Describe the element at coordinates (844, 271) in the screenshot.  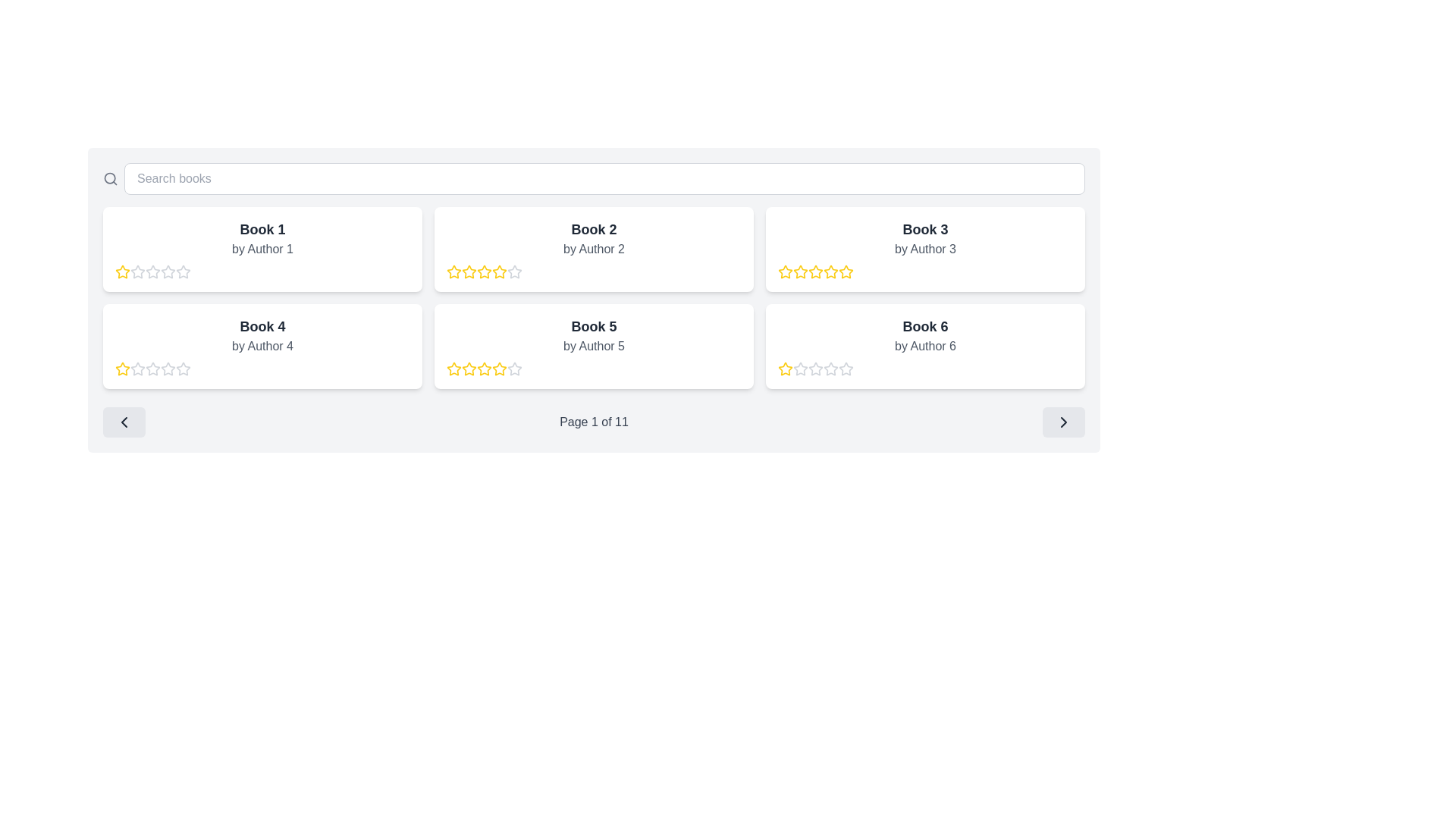
I see `the third yellow star icon in the five-star rating system for 'Book 3 by Author 3' to rate it` at that location.